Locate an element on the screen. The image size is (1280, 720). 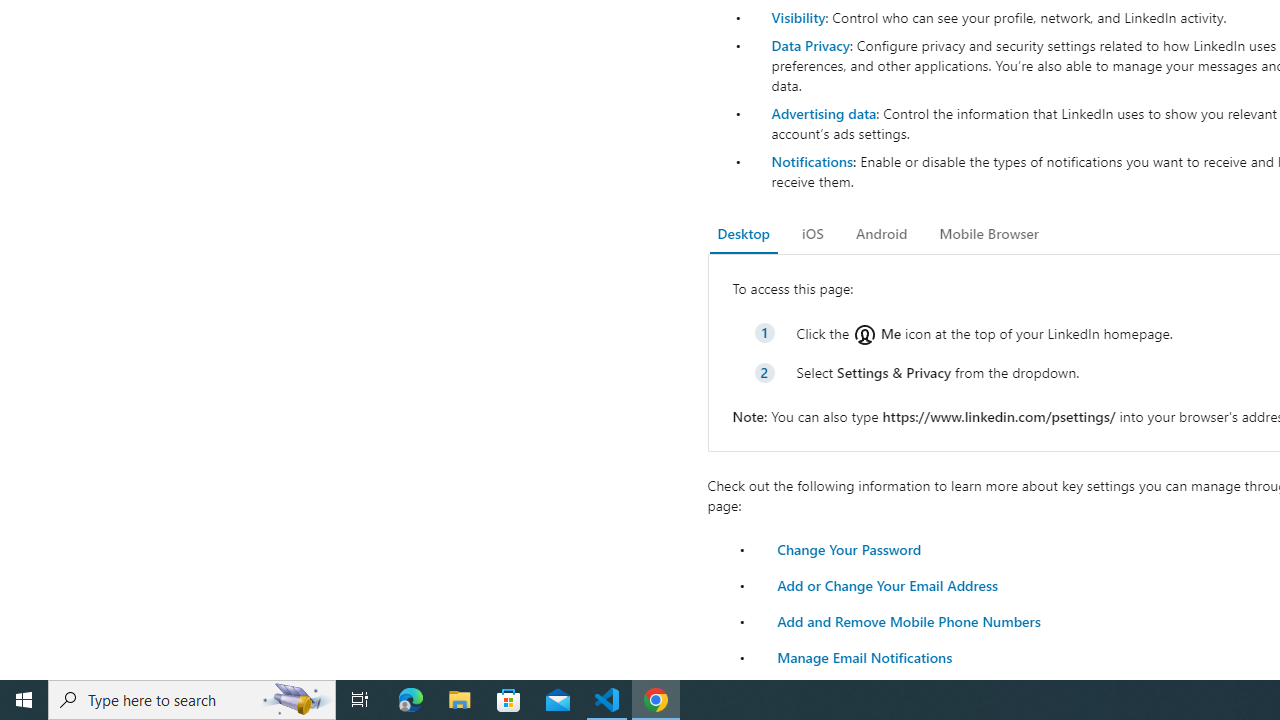
'Android' is located at coordinates (880, 233).